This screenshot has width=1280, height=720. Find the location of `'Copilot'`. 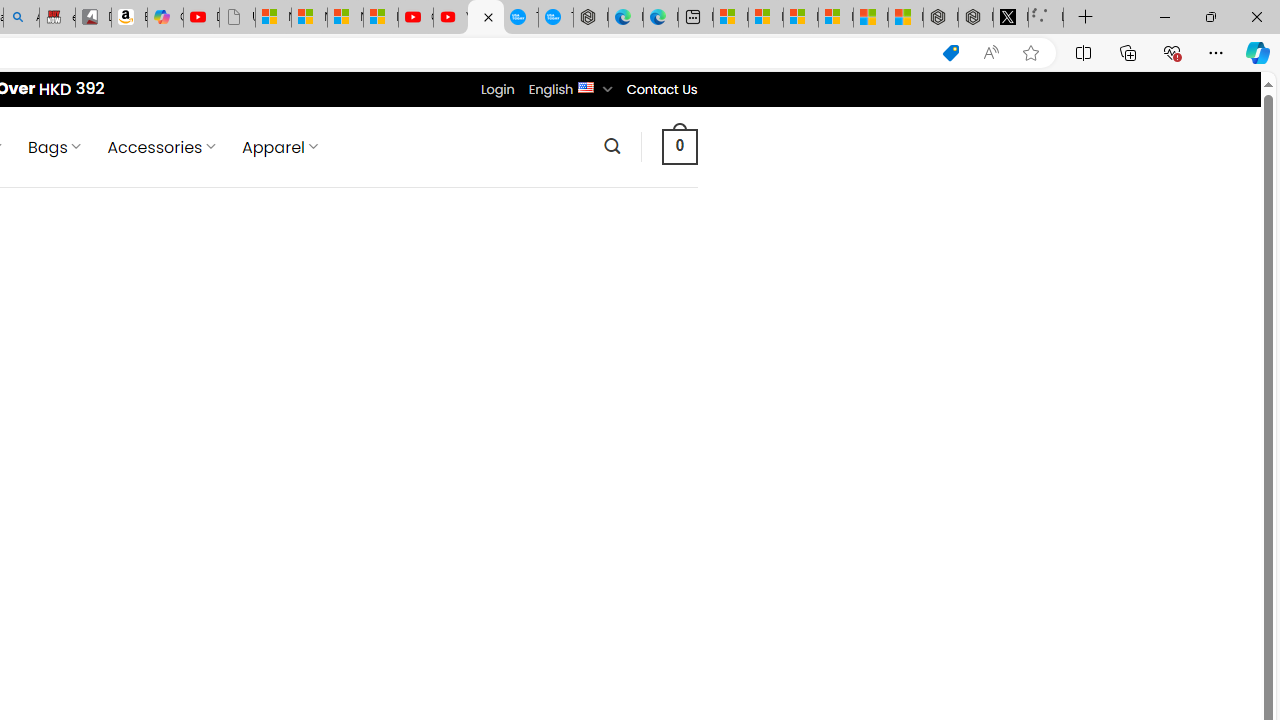

'Copilot' is located at coordinates (165, 17).